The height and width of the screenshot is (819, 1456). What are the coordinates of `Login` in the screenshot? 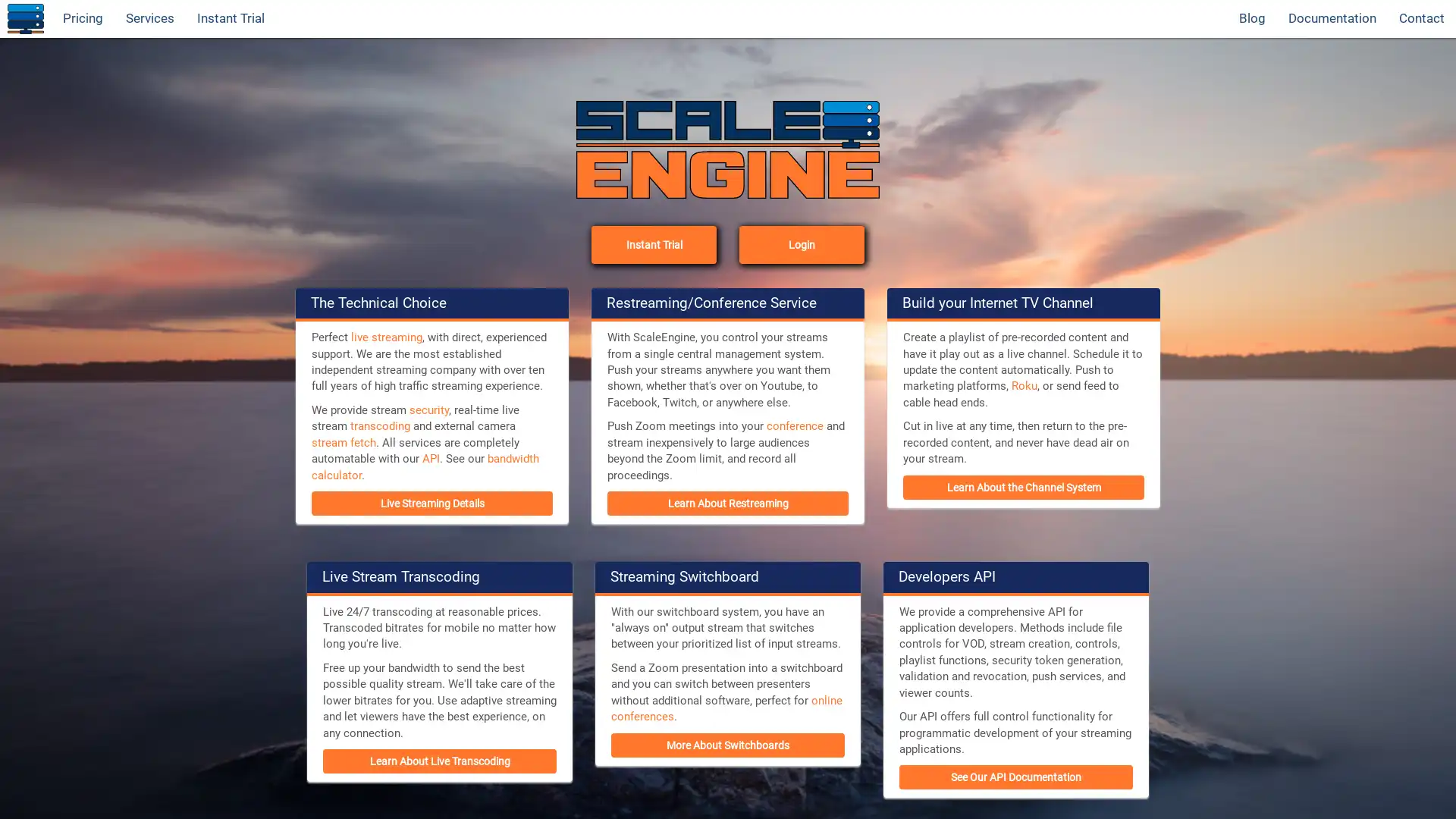 It's located at (801, 243).